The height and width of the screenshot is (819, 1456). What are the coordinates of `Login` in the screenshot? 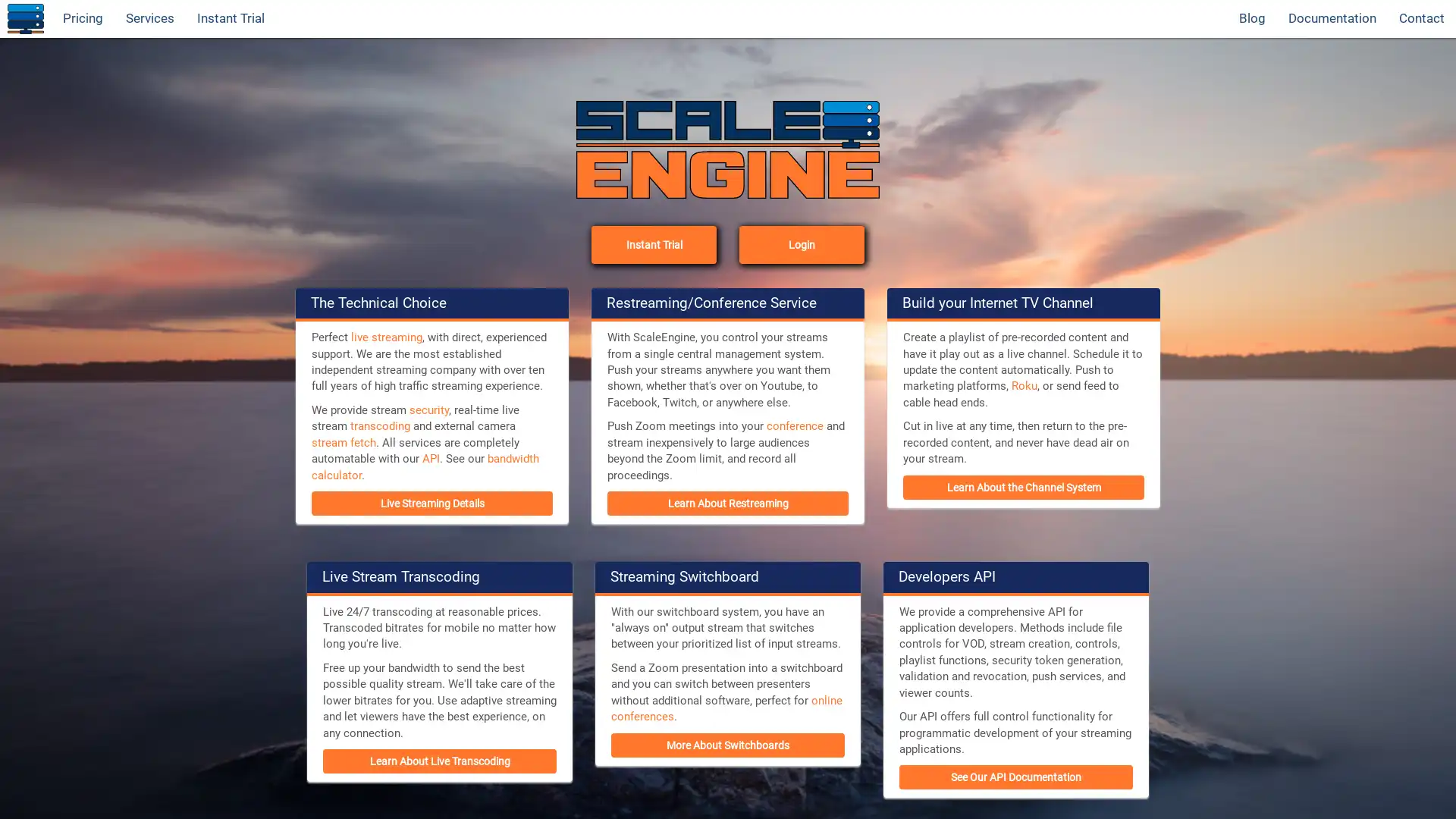 It's located at (801, 243).